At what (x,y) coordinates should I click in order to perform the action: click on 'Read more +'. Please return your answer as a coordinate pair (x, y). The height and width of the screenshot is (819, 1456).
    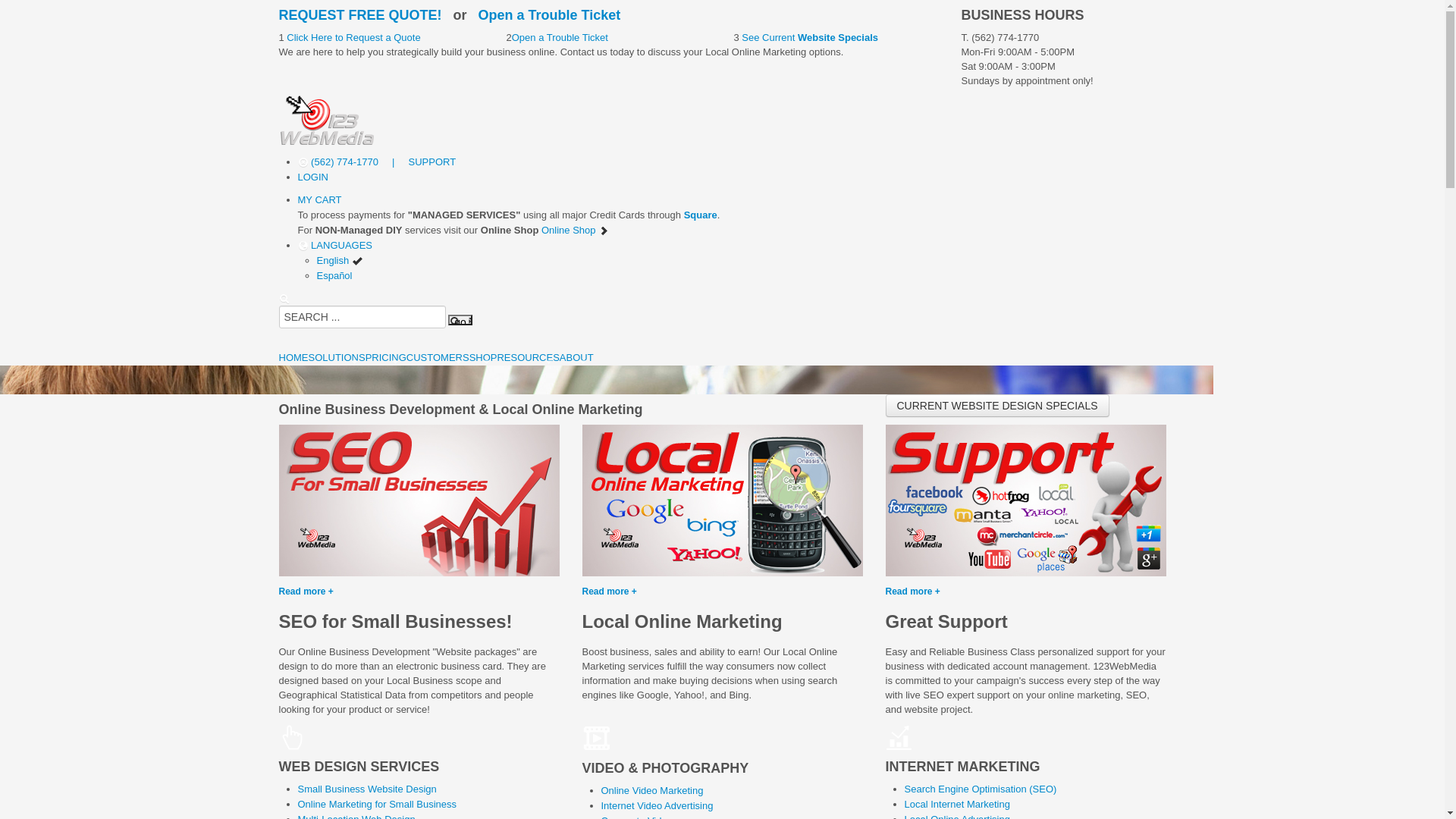
    Looking at the image, I should click on (419, 546).